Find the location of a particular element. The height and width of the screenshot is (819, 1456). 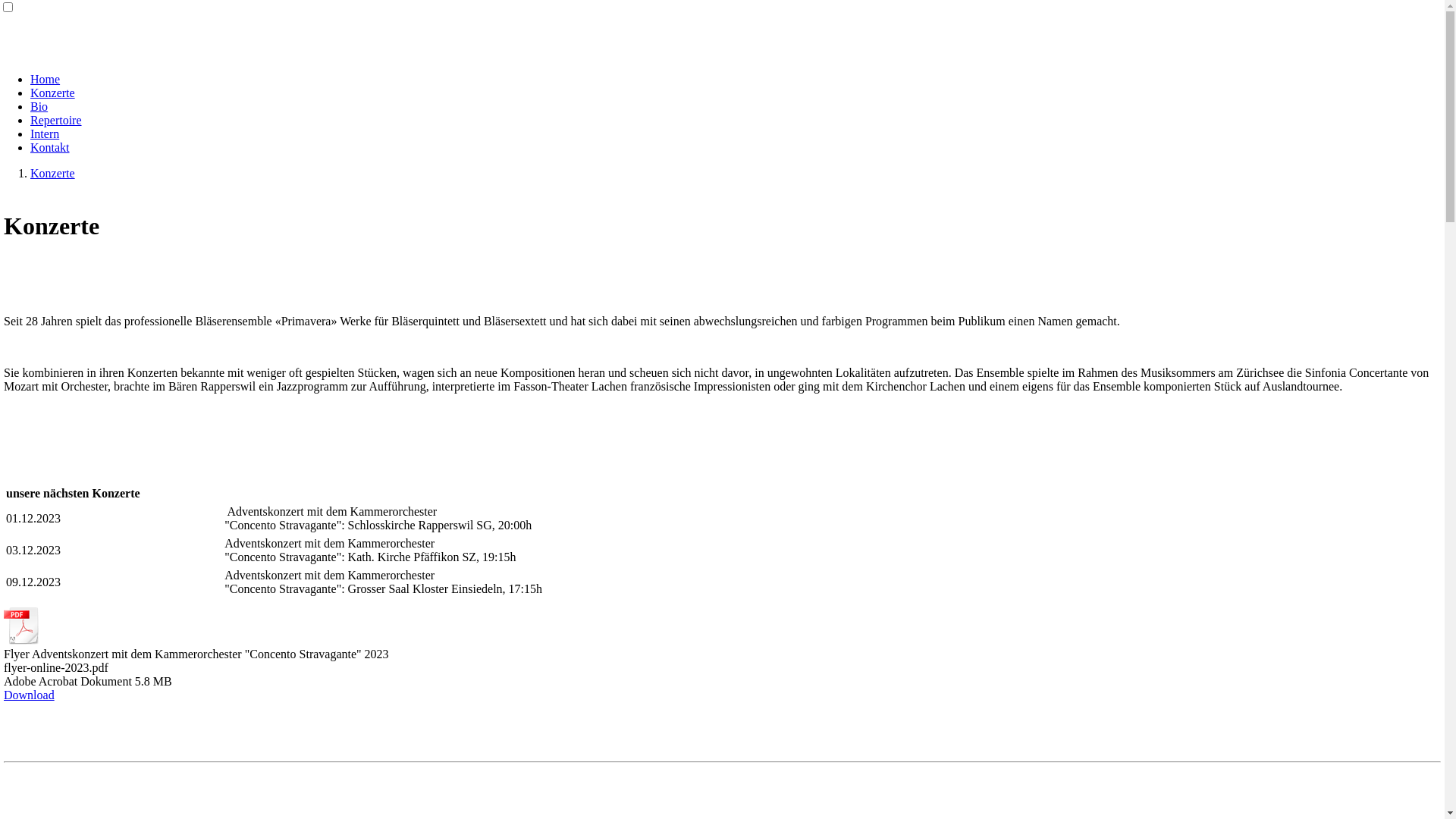

'Bio' is located at coordinates (39, 105).